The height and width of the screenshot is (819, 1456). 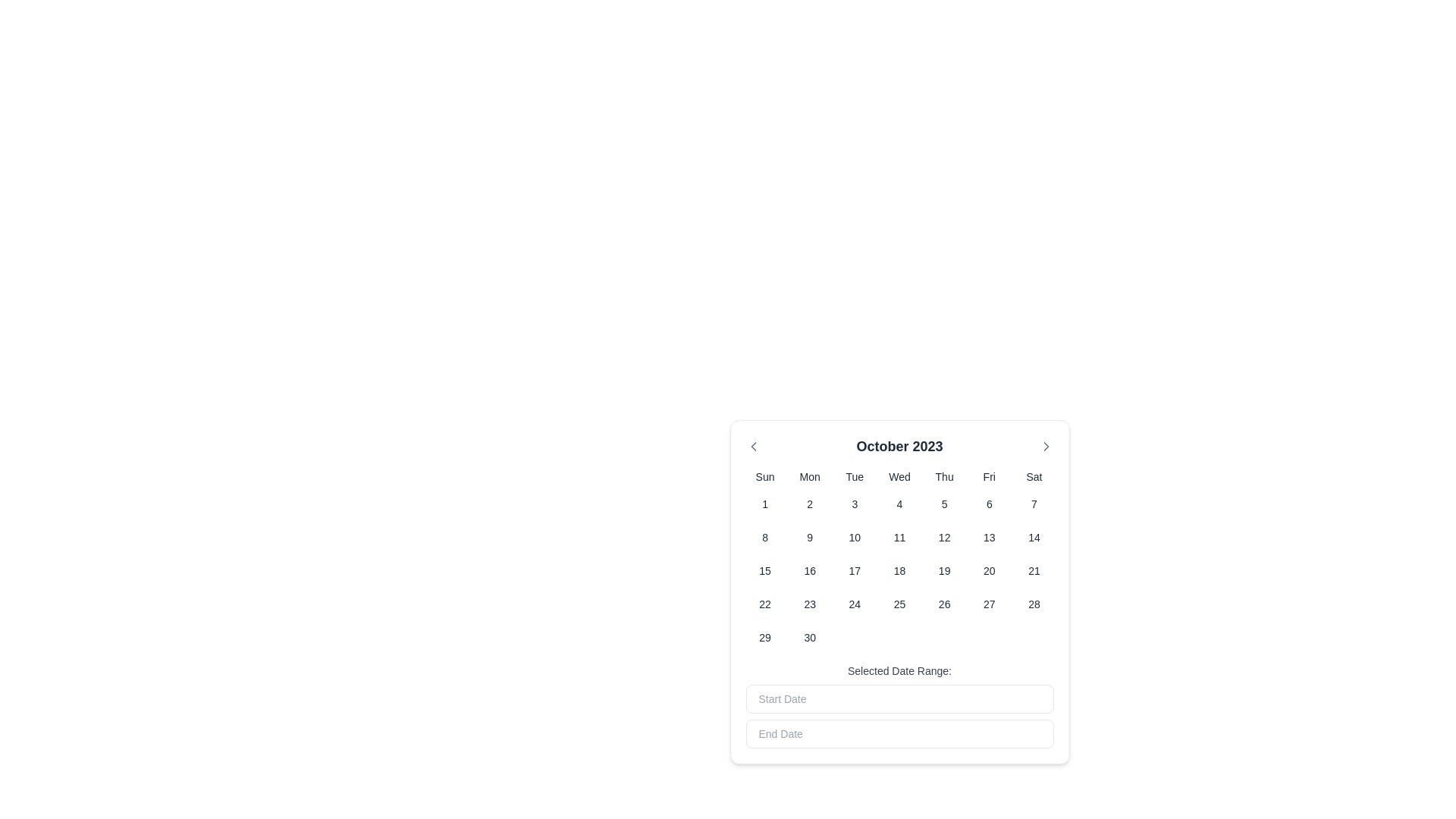 I want to click on the button located at the top left corner of the calendar interface, so click(x=753, y=446).